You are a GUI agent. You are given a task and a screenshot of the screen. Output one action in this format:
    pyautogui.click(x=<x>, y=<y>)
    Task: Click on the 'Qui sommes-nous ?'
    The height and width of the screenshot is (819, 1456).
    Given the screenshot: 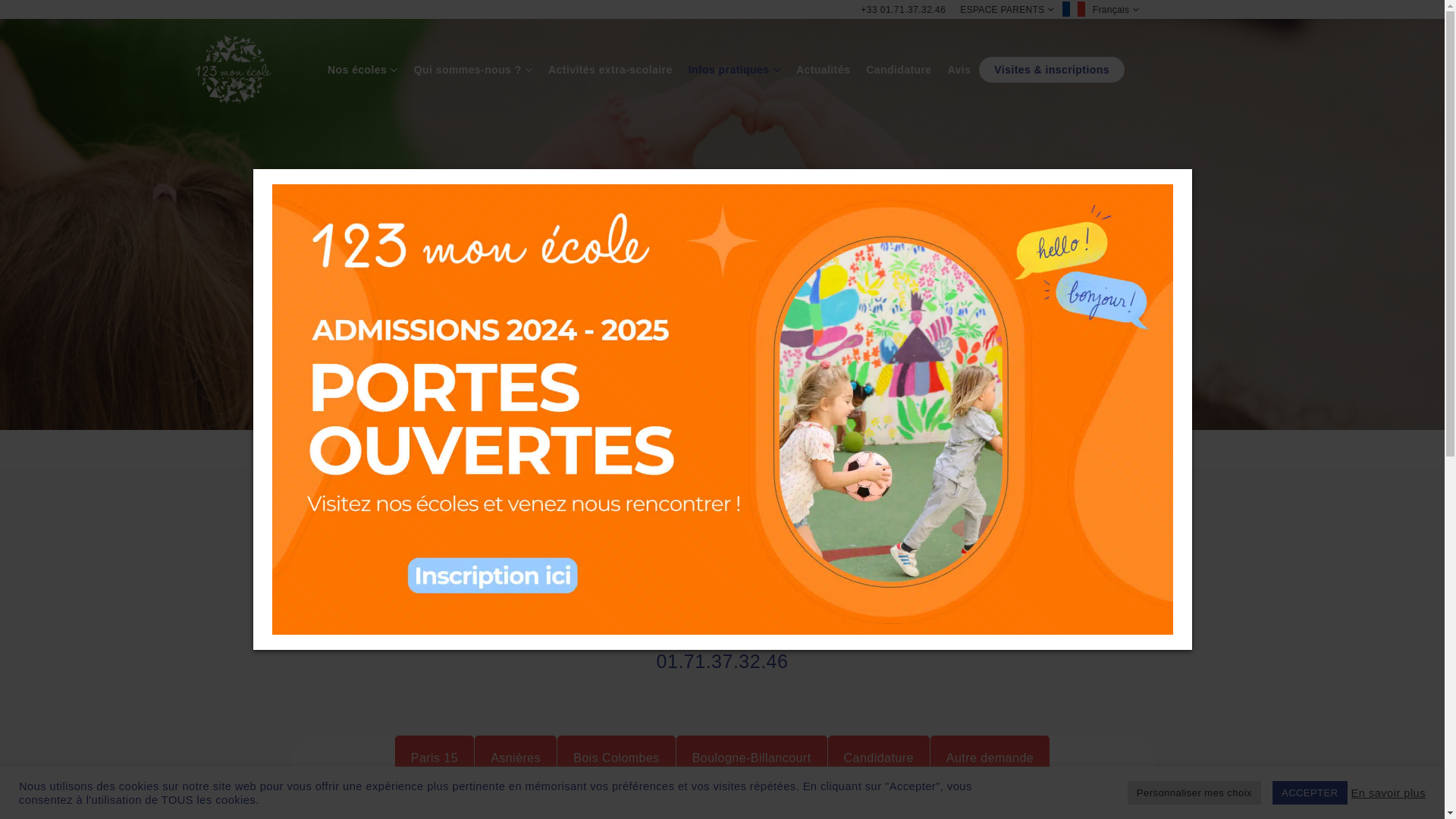 What is the action you would take?
    pyautogui.click(x=406, y=70)
    